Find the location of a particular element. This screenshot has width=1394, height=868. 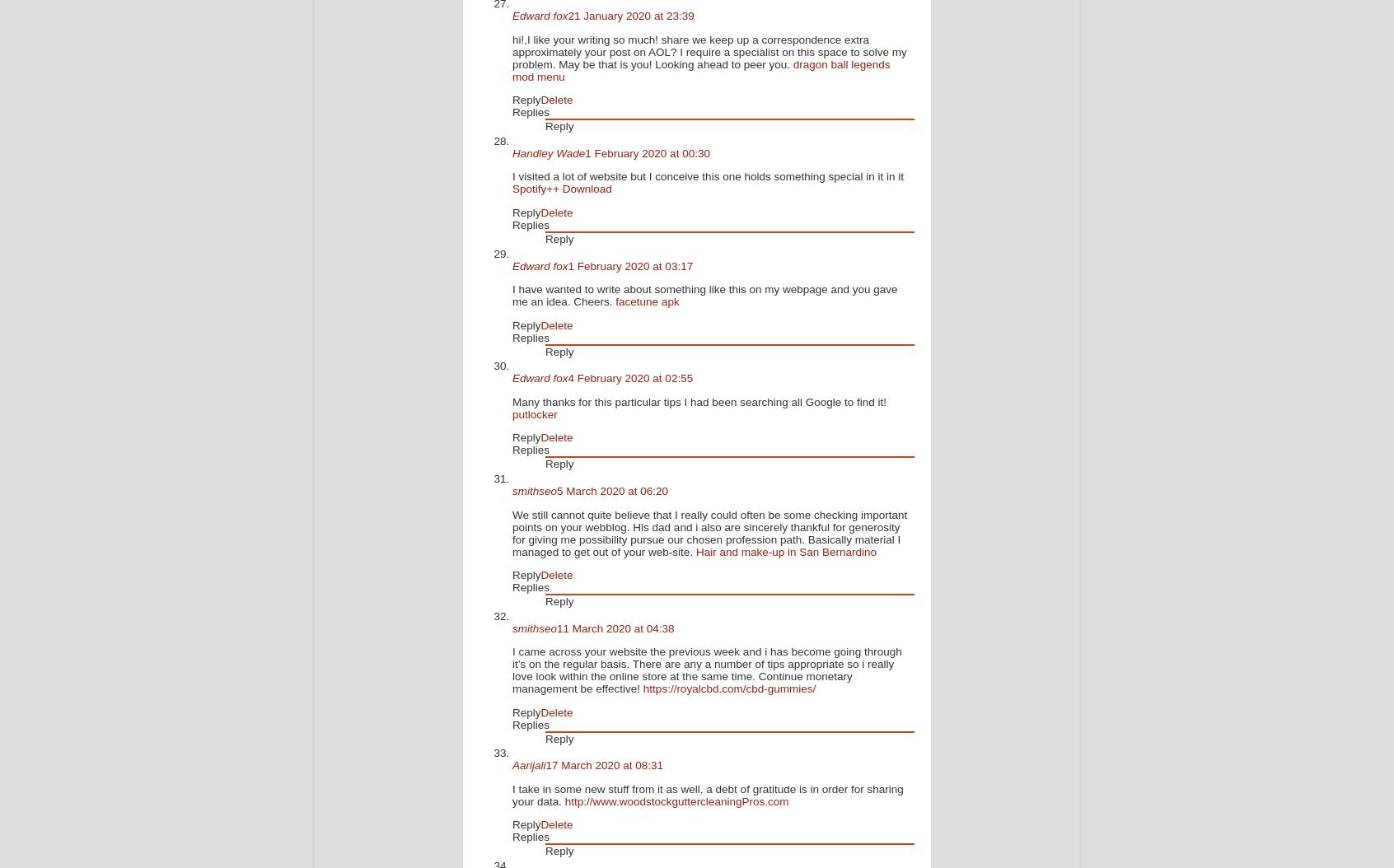

'I have wanted to write about something like this on my webpage and you gave me an idea. Cheers.' is located at coordinates (511, 295).